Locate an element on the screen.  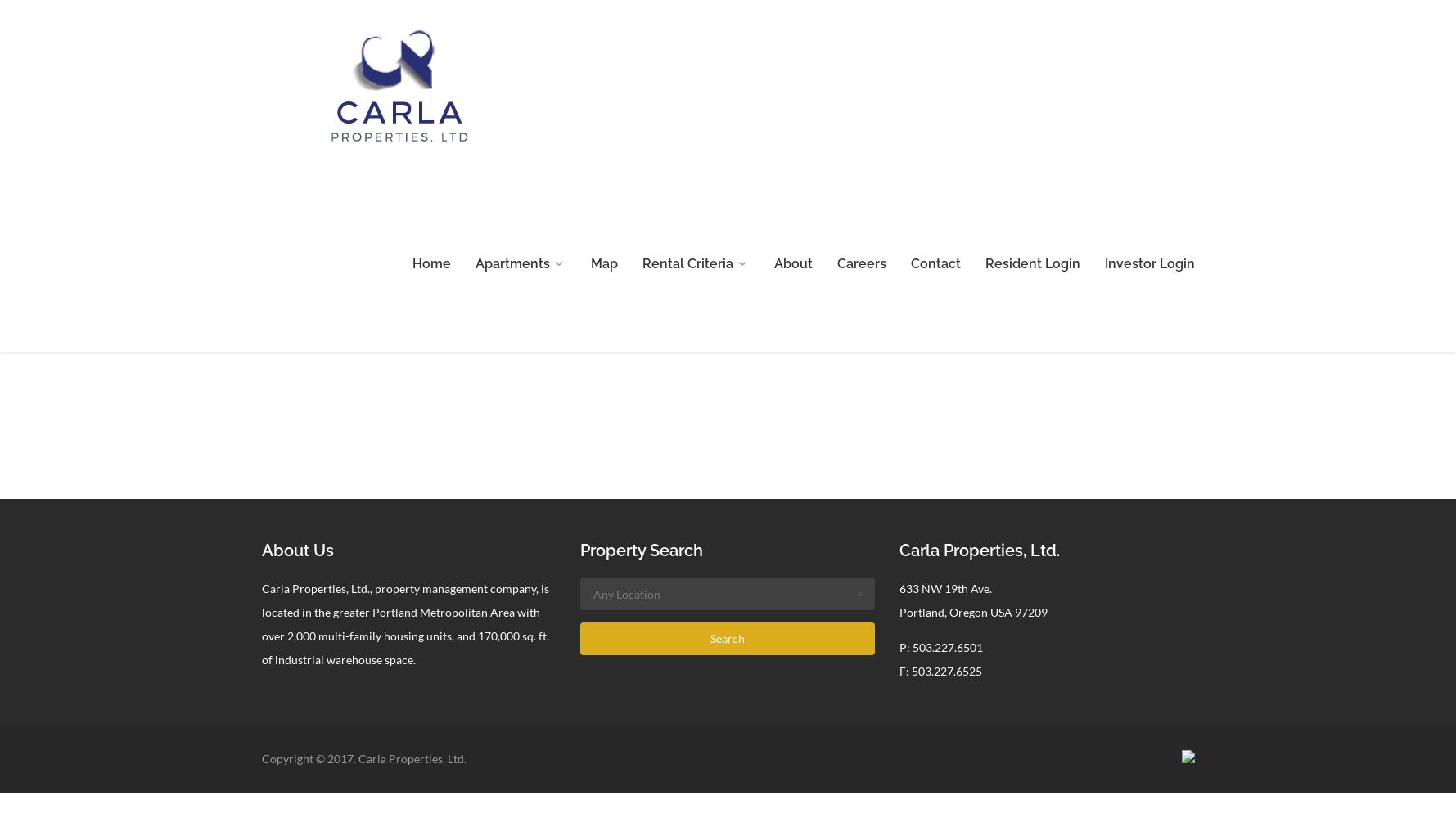
'P: 503.227.6501' is located at coordinates (940, 647).